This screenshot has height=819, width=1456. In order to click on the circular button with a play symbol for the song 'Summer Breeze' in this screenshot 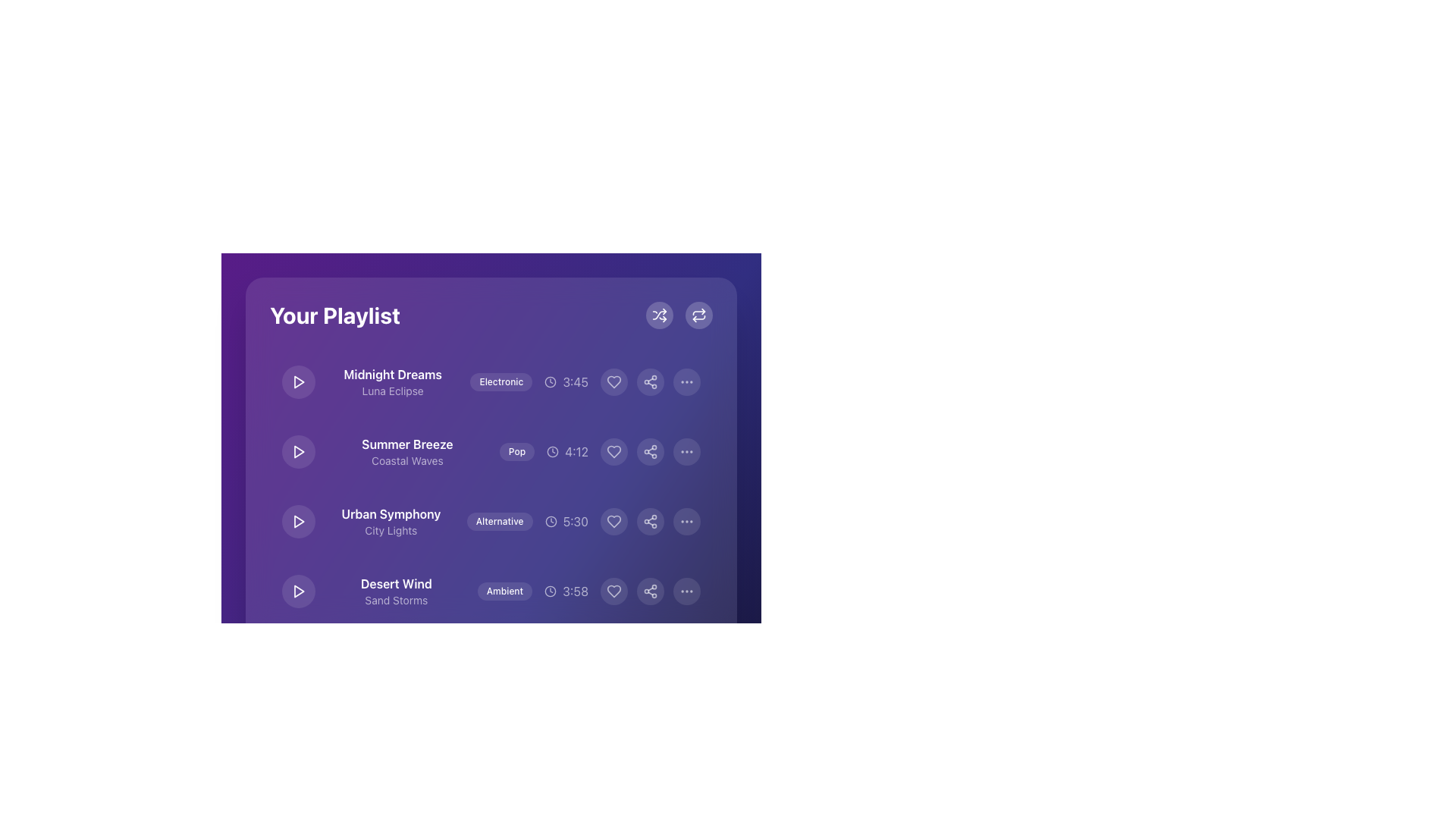, I will do `click(298, 451)`.